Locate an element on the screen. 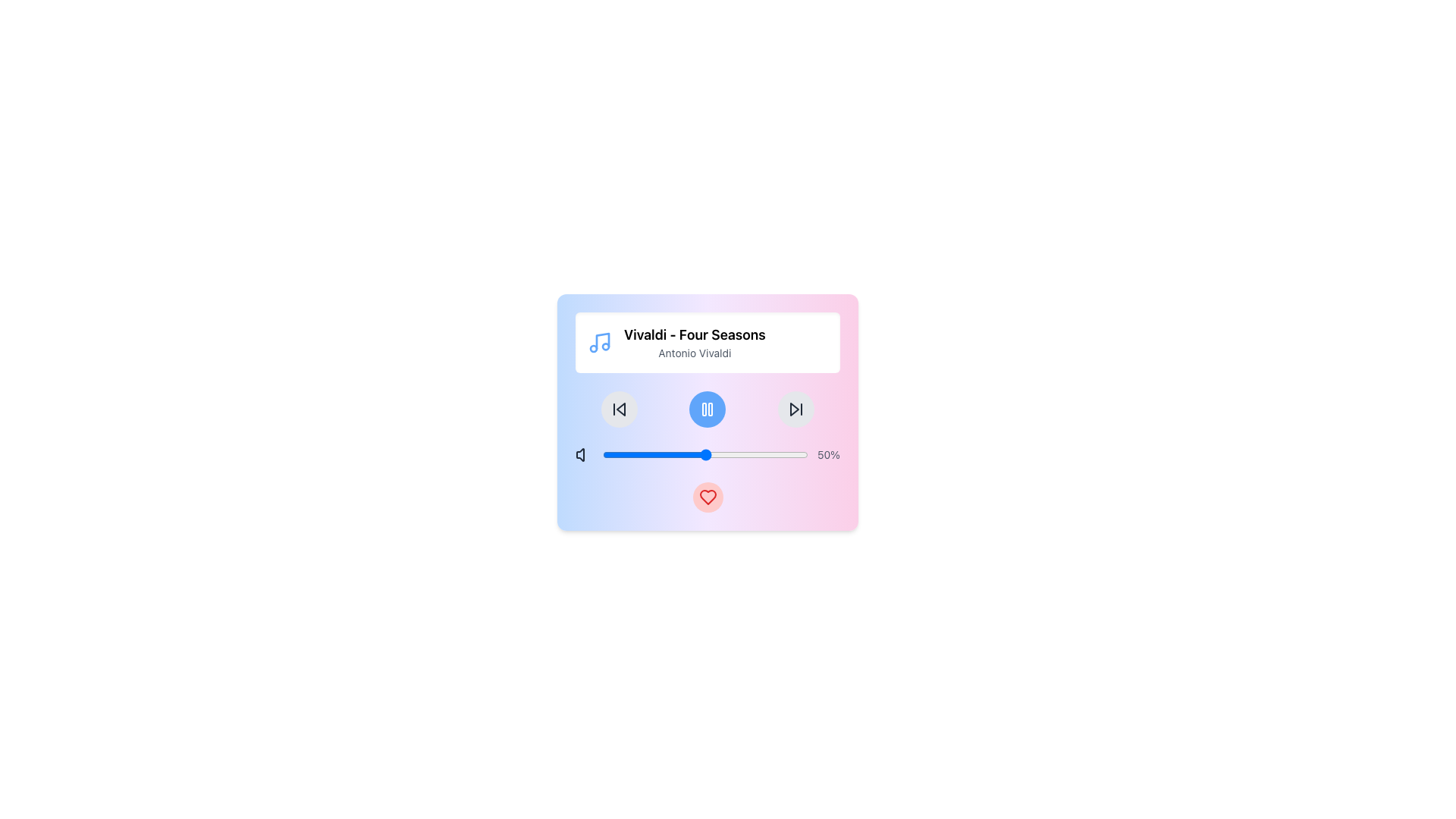 The width and height of the screenshot is (1456, 819). the centrally placed button used is located at coordinates (707, 409).